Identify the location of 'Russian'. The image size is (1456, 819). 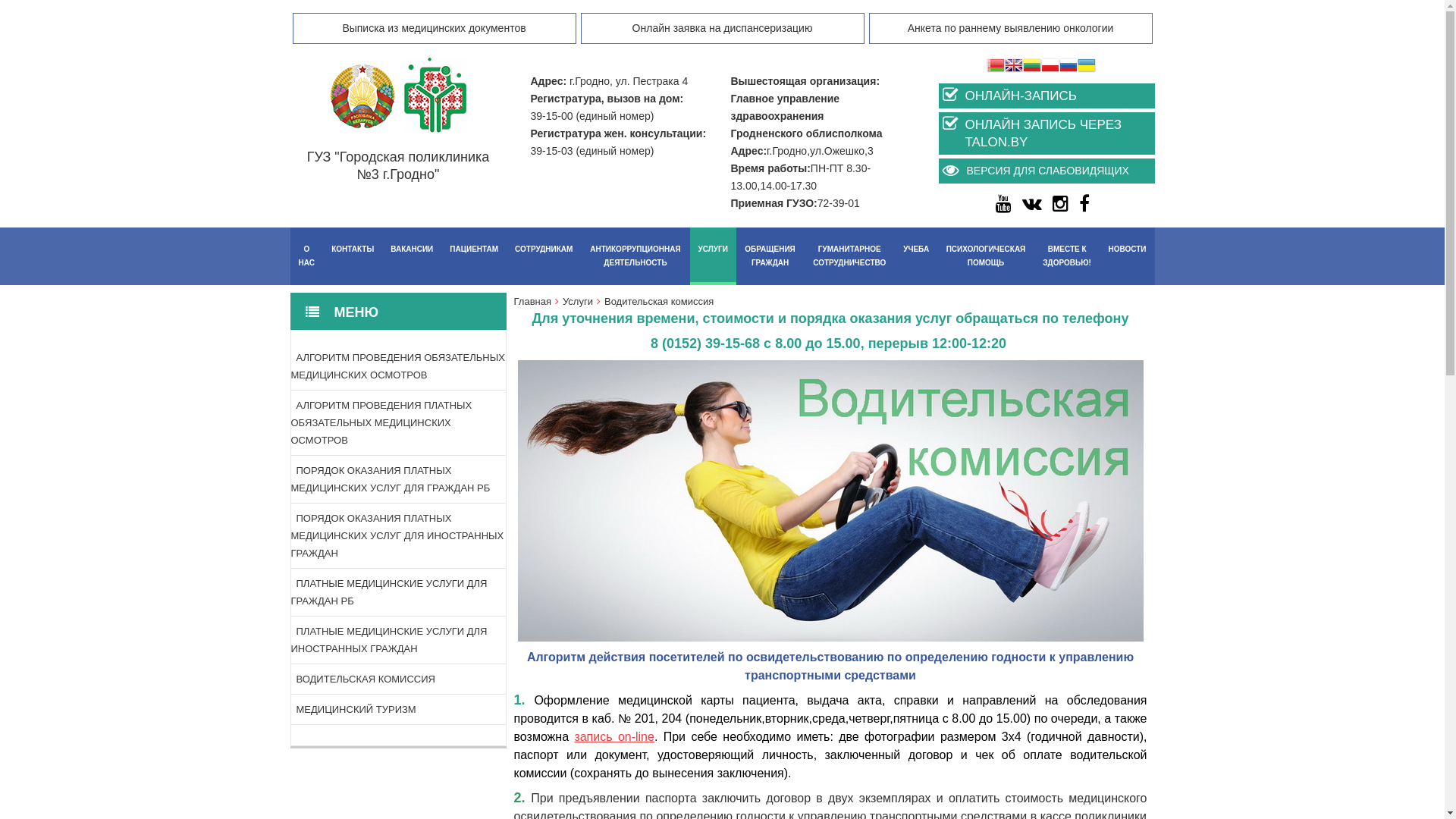
(1066, 66).